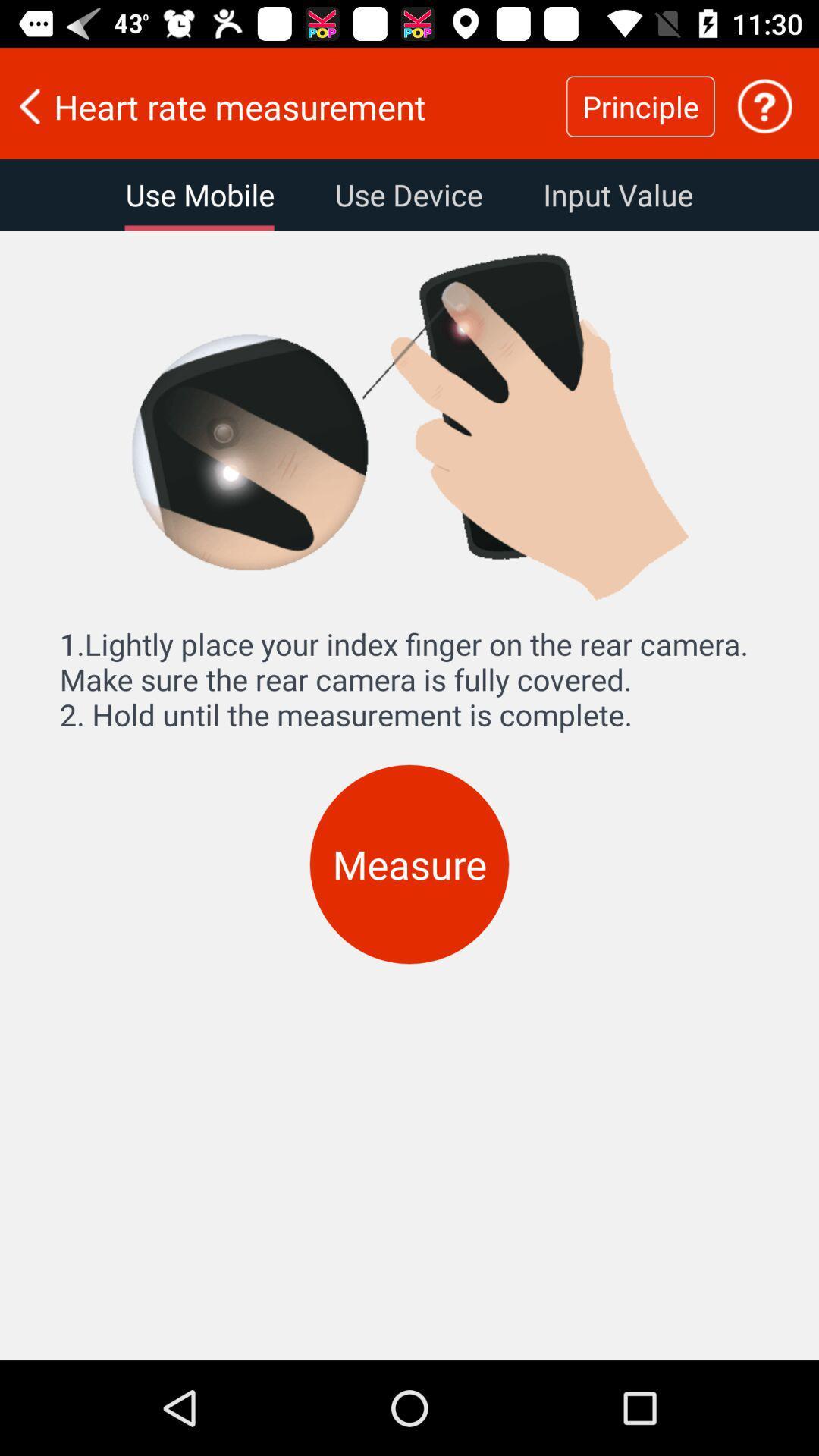  What do you see at coordinates (283, 105) in the screenshot?
I see `the heart rate measurement item` at bounding box center [283, 105].